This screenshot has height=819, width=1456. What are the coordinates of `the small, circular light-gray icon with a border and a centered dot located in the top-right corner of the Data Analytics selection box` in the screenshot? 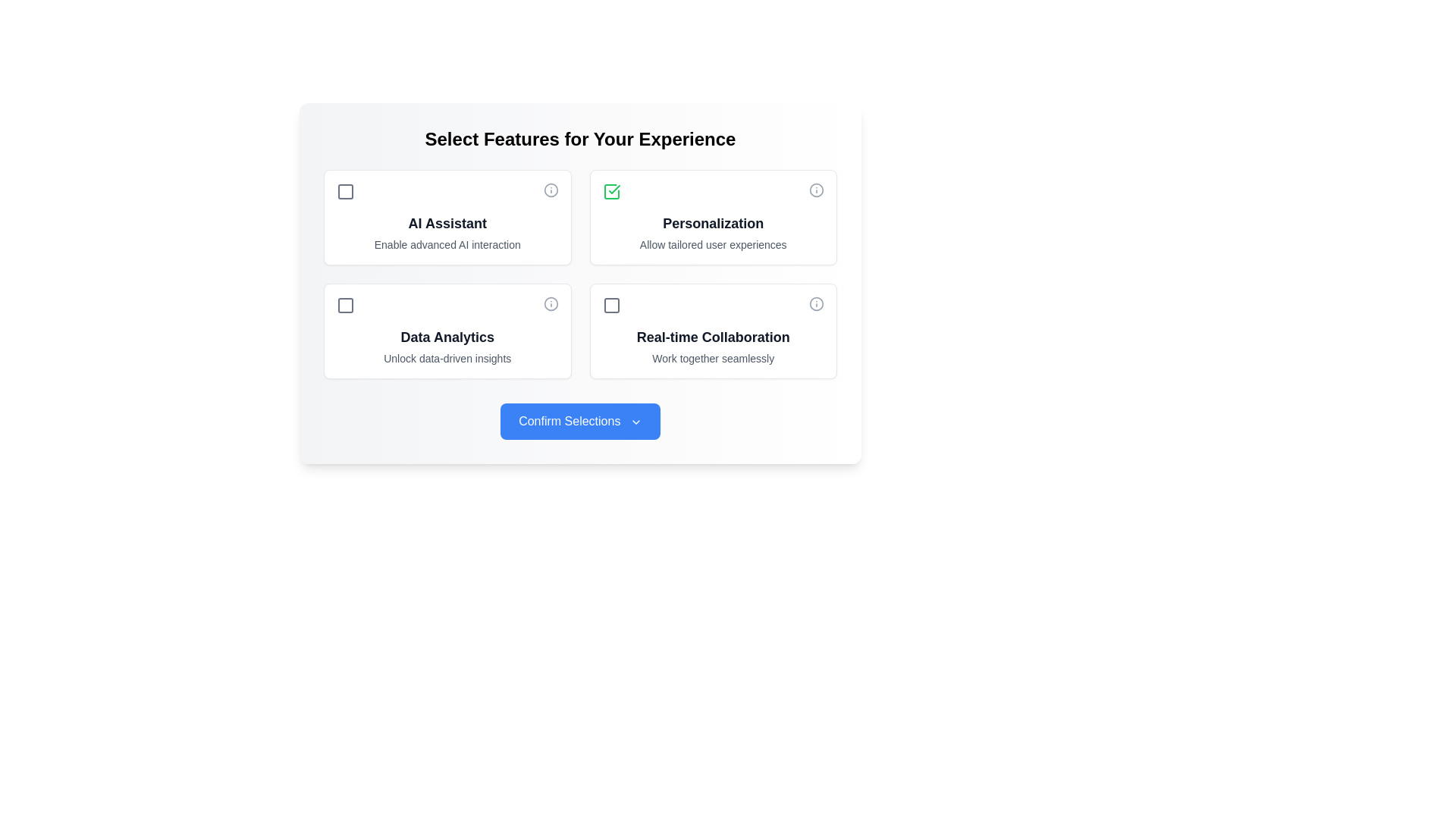 It's located at (550, 304).